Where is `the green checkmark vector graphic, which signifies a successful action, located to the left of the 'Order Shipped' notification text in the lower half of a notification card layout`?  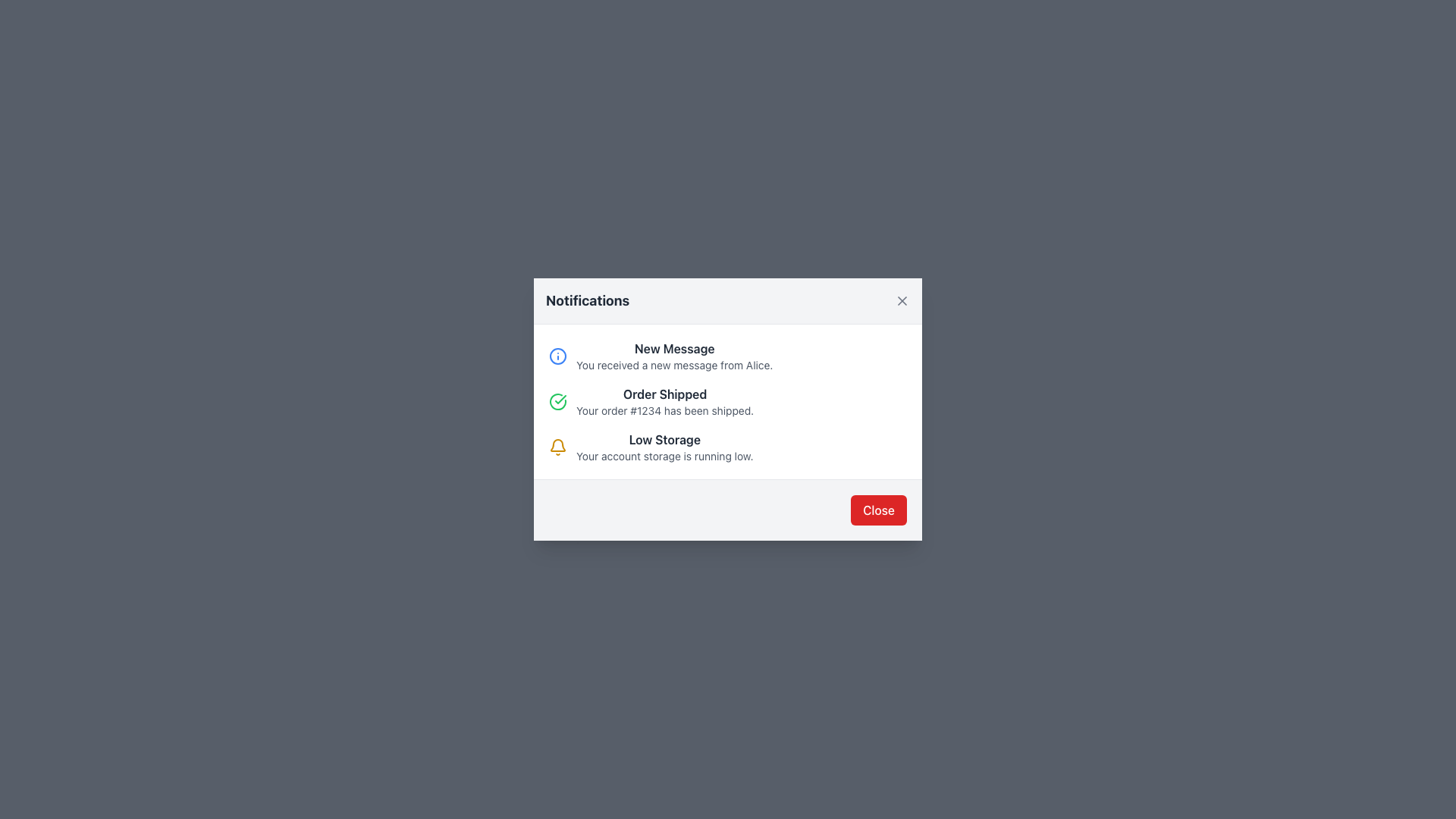 the green checkmark vector graphic, which signifies a successful action, located to the left of the 'Order Shipped' notification text in the lower half of a notification card layout is located at coordinates (560, 399).